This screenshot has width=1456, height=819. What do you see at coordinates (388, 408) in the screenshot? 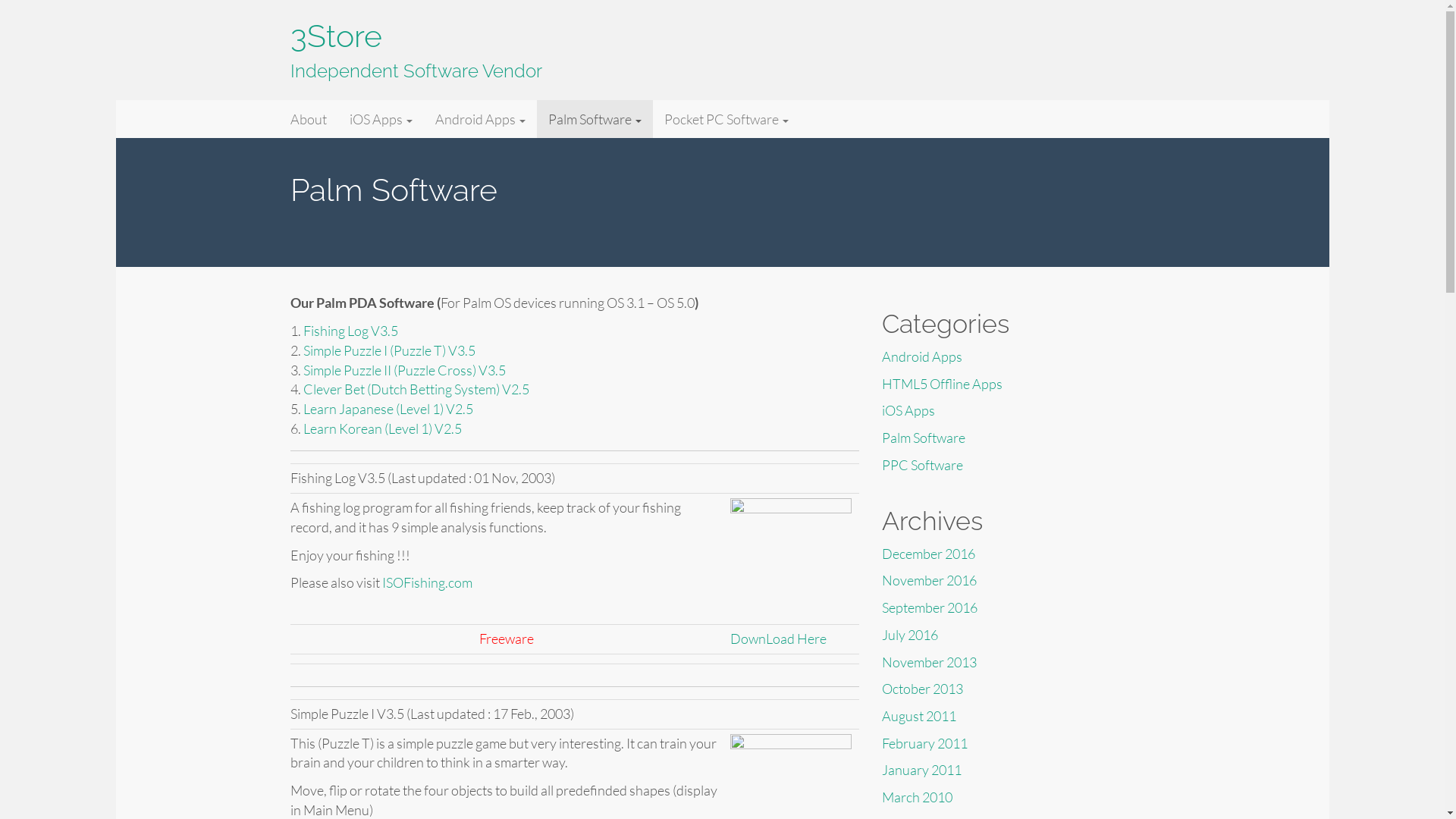
I see `'Learn Japanese (Level 1) V2.5'` at bounding box center [388, 408].